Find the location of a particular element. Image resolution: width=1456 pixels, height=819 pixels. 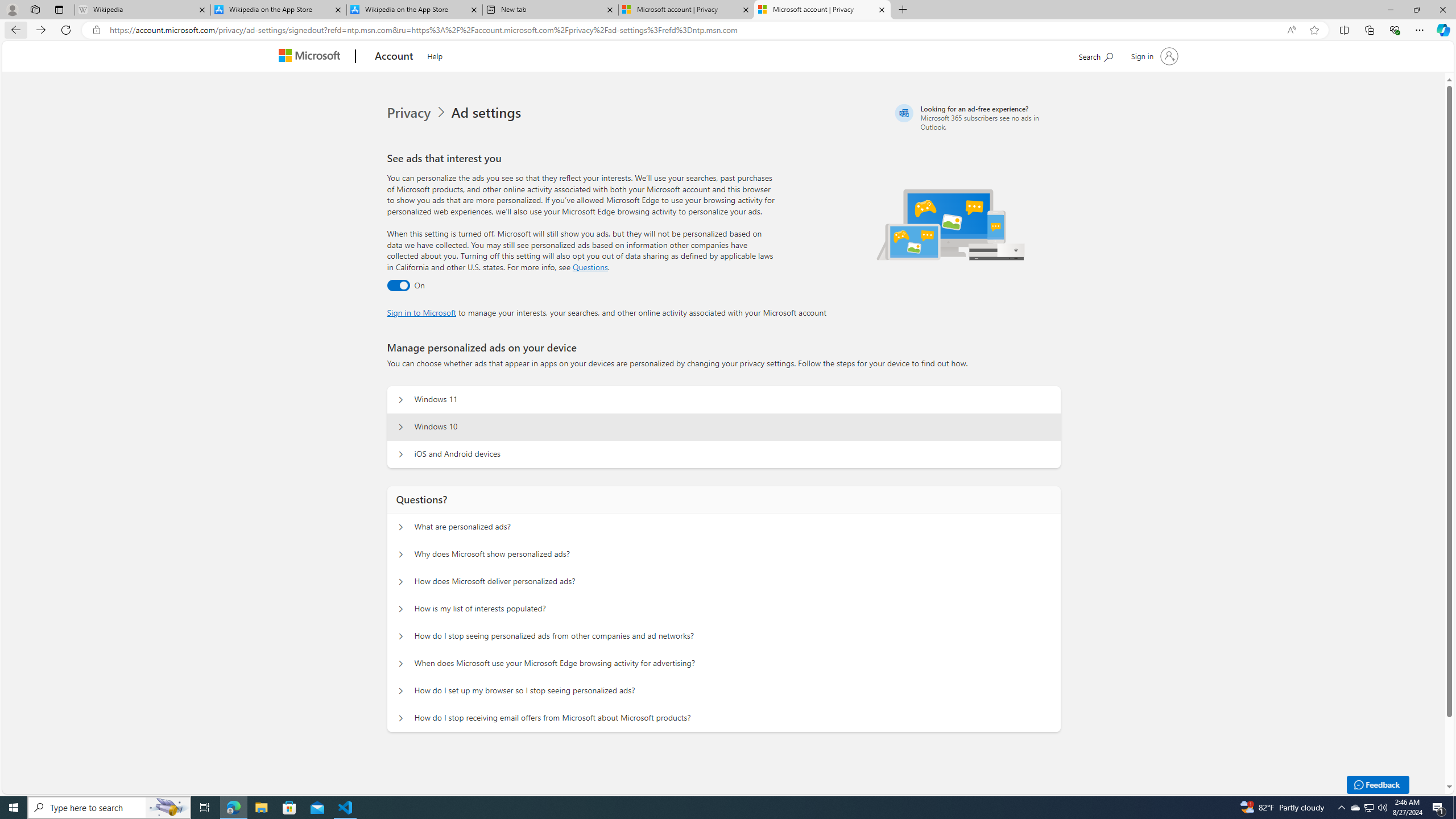

'Ad settings' is located at coordinates (487, 113).